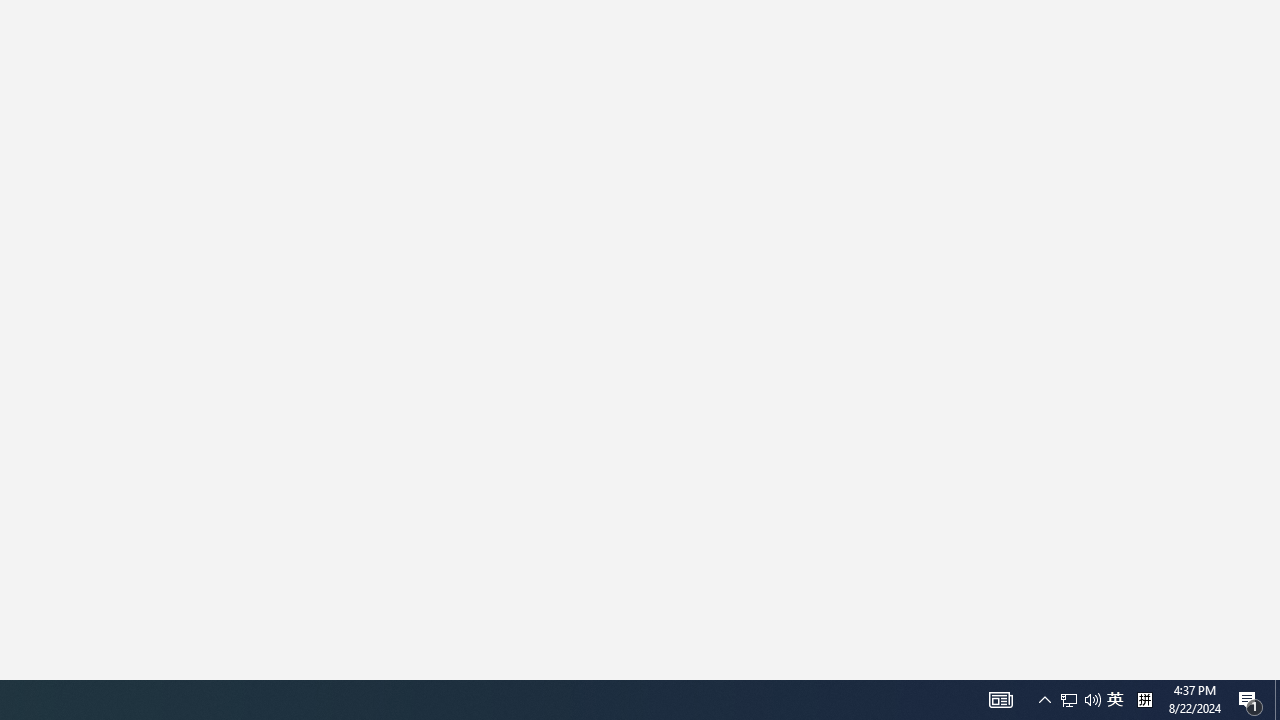 This screenshot has height=720, width=1280. I want to click on 'Notification Chevron', so click(1044, 698).